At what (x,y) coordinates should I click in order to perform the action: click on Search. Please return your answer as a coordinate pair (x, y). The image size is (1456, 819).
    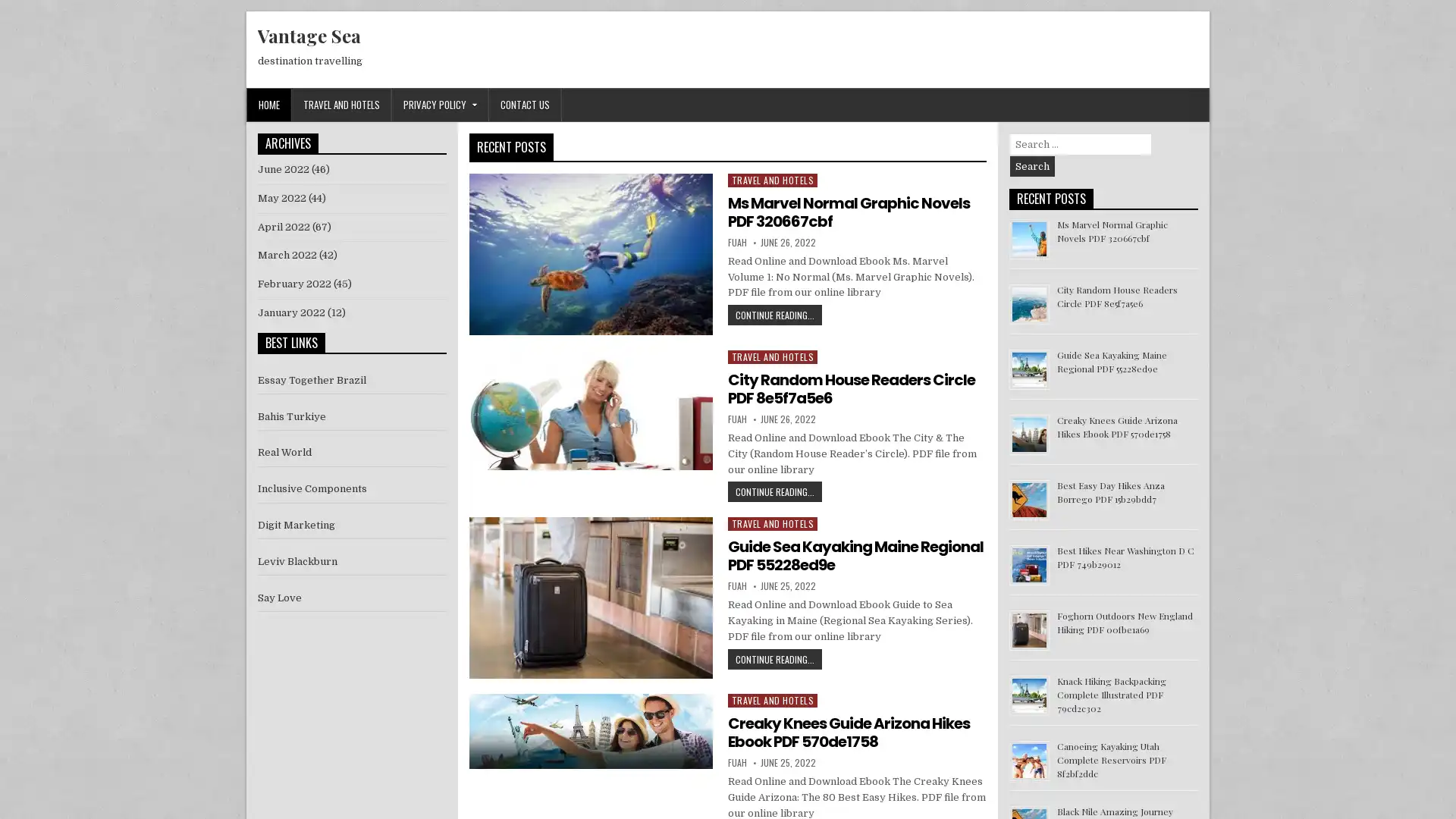
    Looking at the image, I should click on (1031, 166).